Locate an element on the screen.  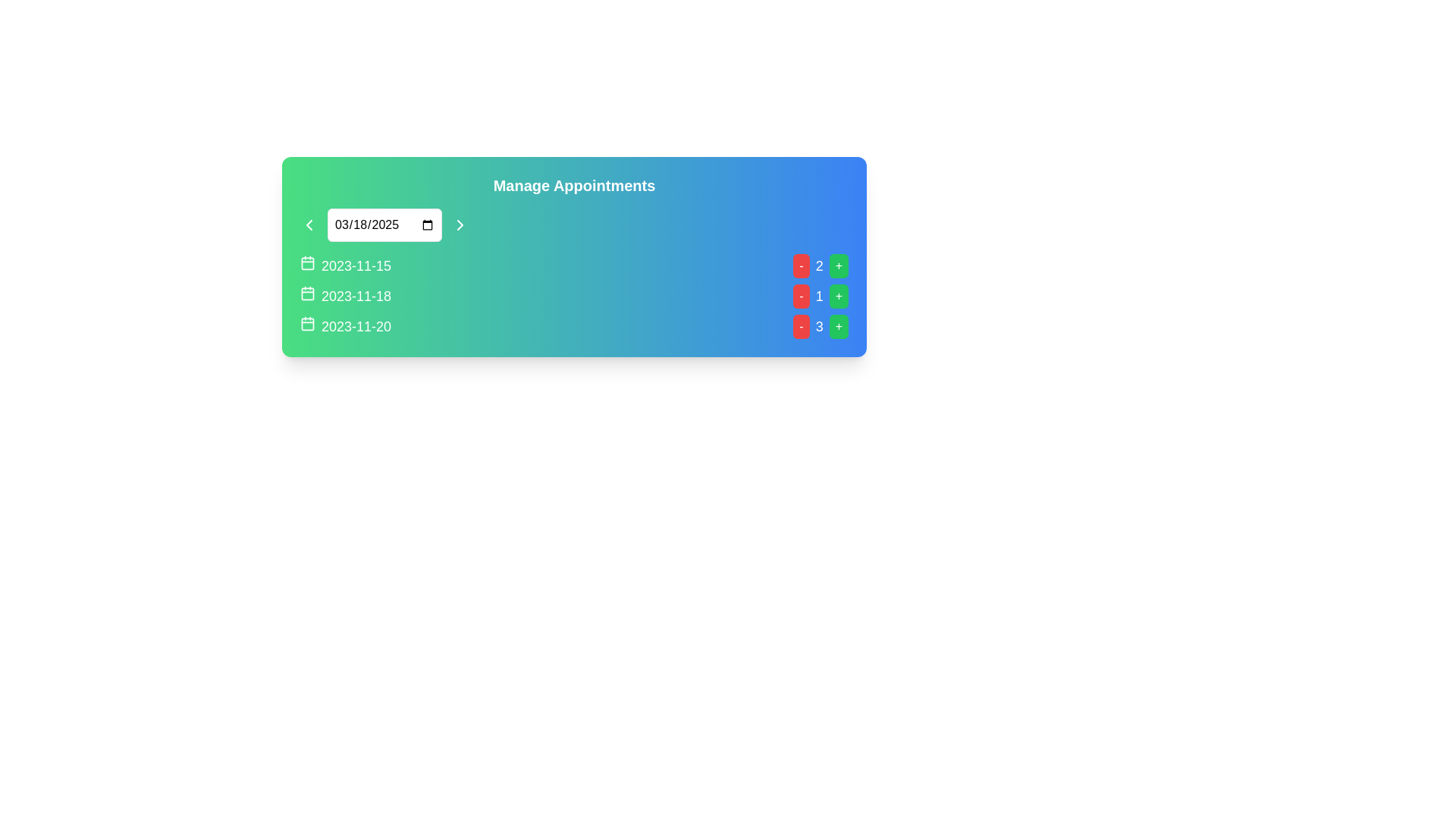
the text '2023-11-15' displayed as the first item in the vertical list of dates under 'Manage Appointments' is located at coordinates (345, 265).